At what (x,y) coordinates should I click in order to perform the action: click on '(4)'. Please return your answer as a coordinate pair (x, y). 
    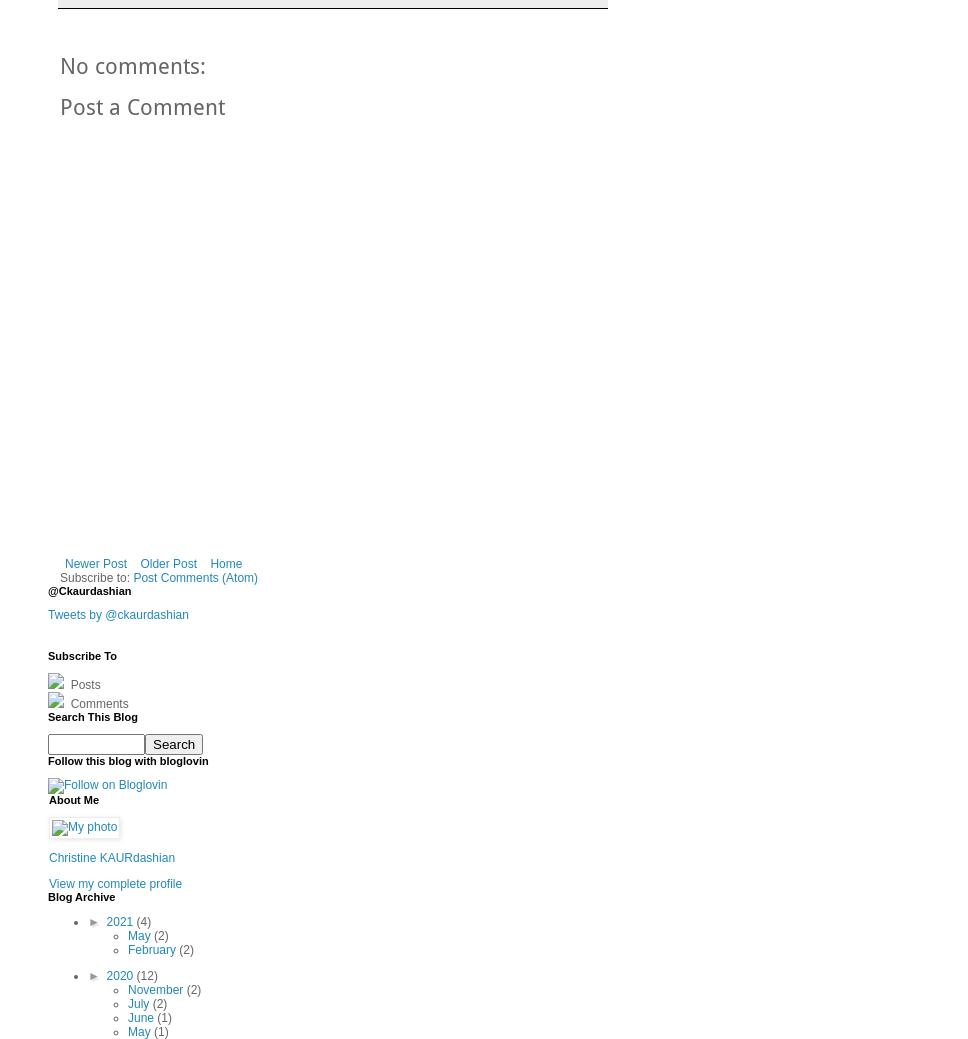
    Looking at the image, I should click on (135, 922).